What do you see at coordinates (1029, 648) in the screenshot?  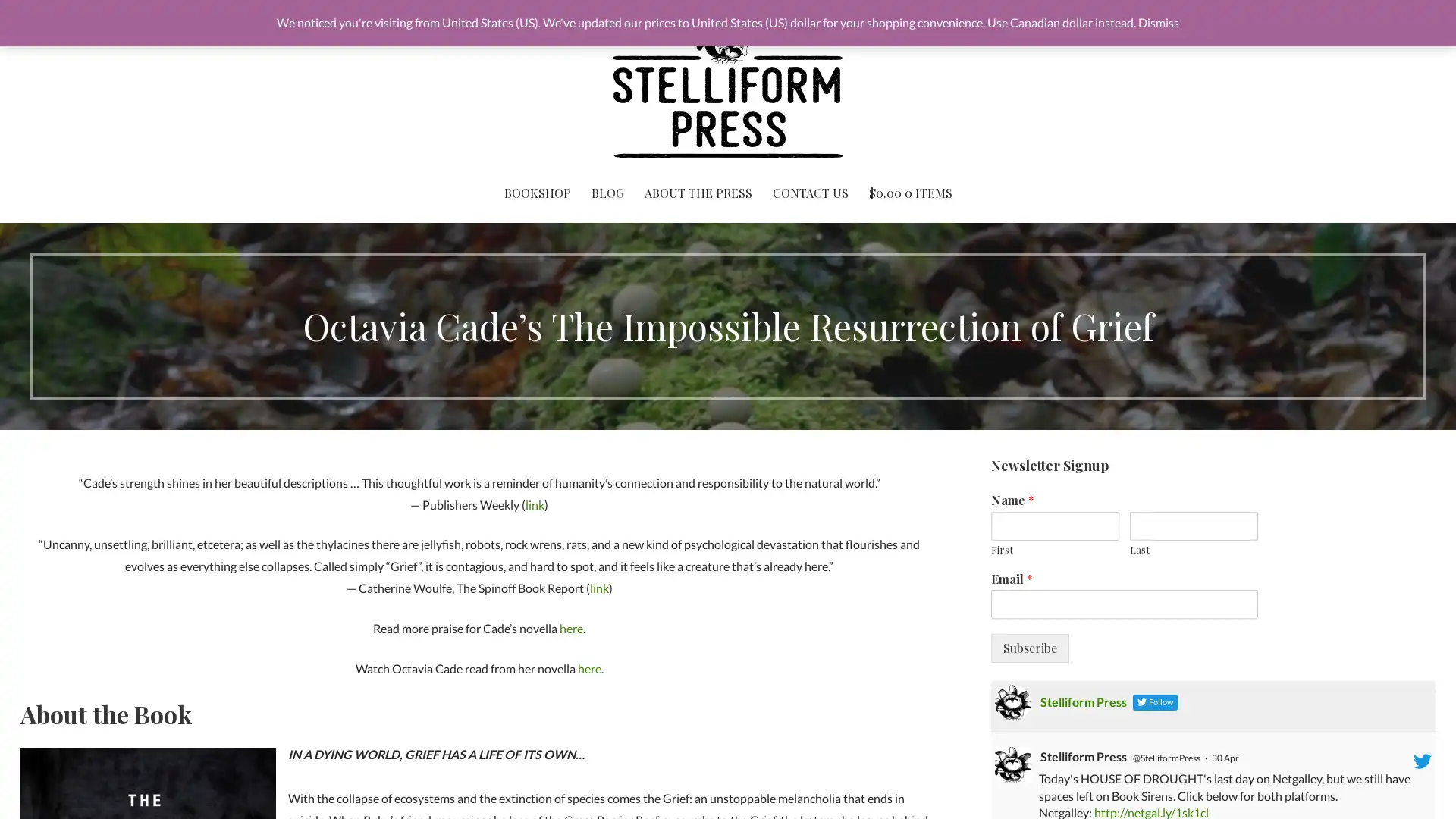 I see `Subscribe` at bounding box center [1029, 648].